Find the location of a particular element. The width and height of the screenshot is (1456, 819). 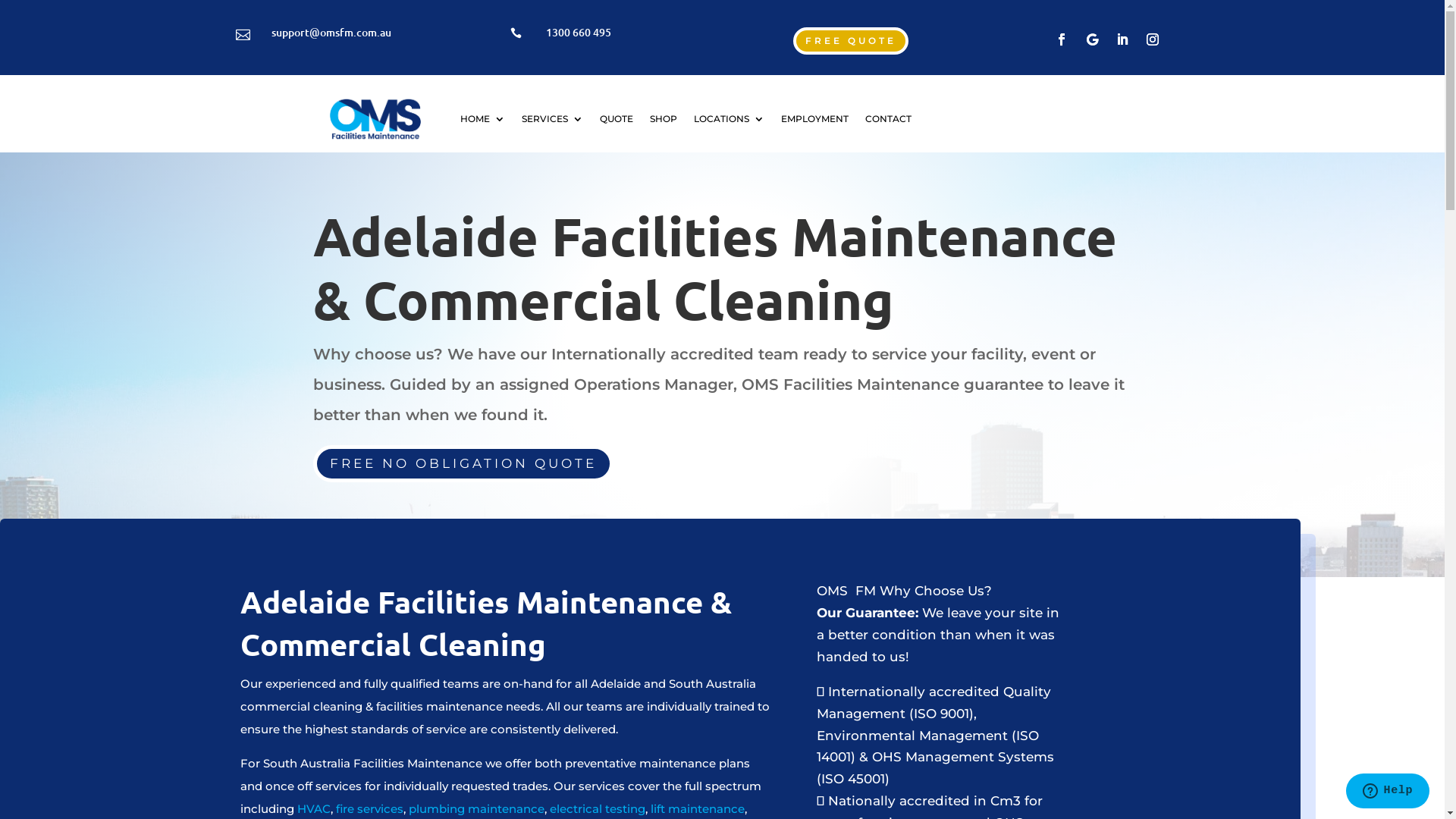

'EMPLOYMENT' is located at coordinates (814, 118).